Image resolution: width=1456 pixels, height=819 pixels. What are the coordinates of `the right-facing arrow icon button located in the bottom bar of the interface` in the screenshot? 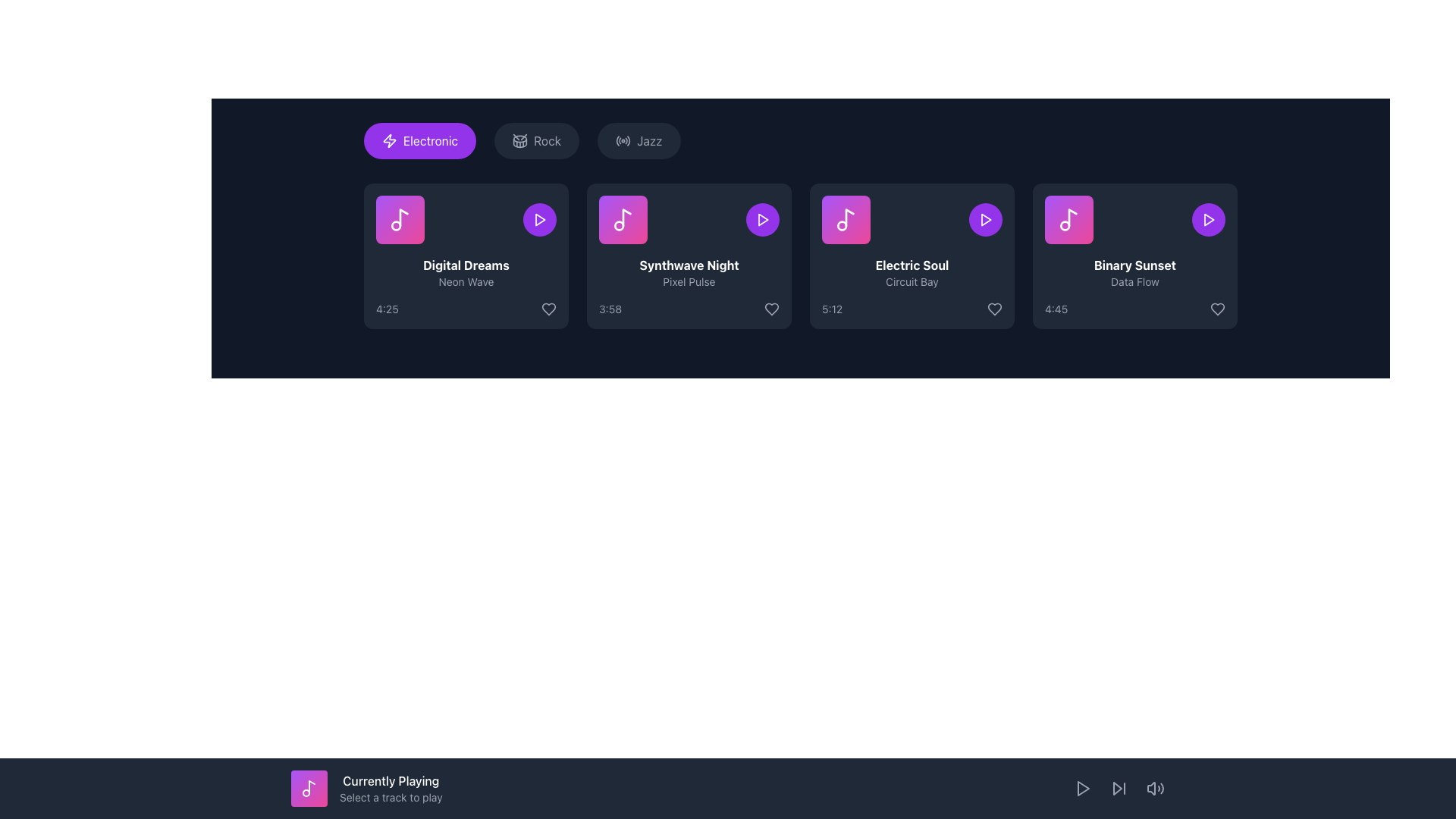 It's located at (1119, 788).